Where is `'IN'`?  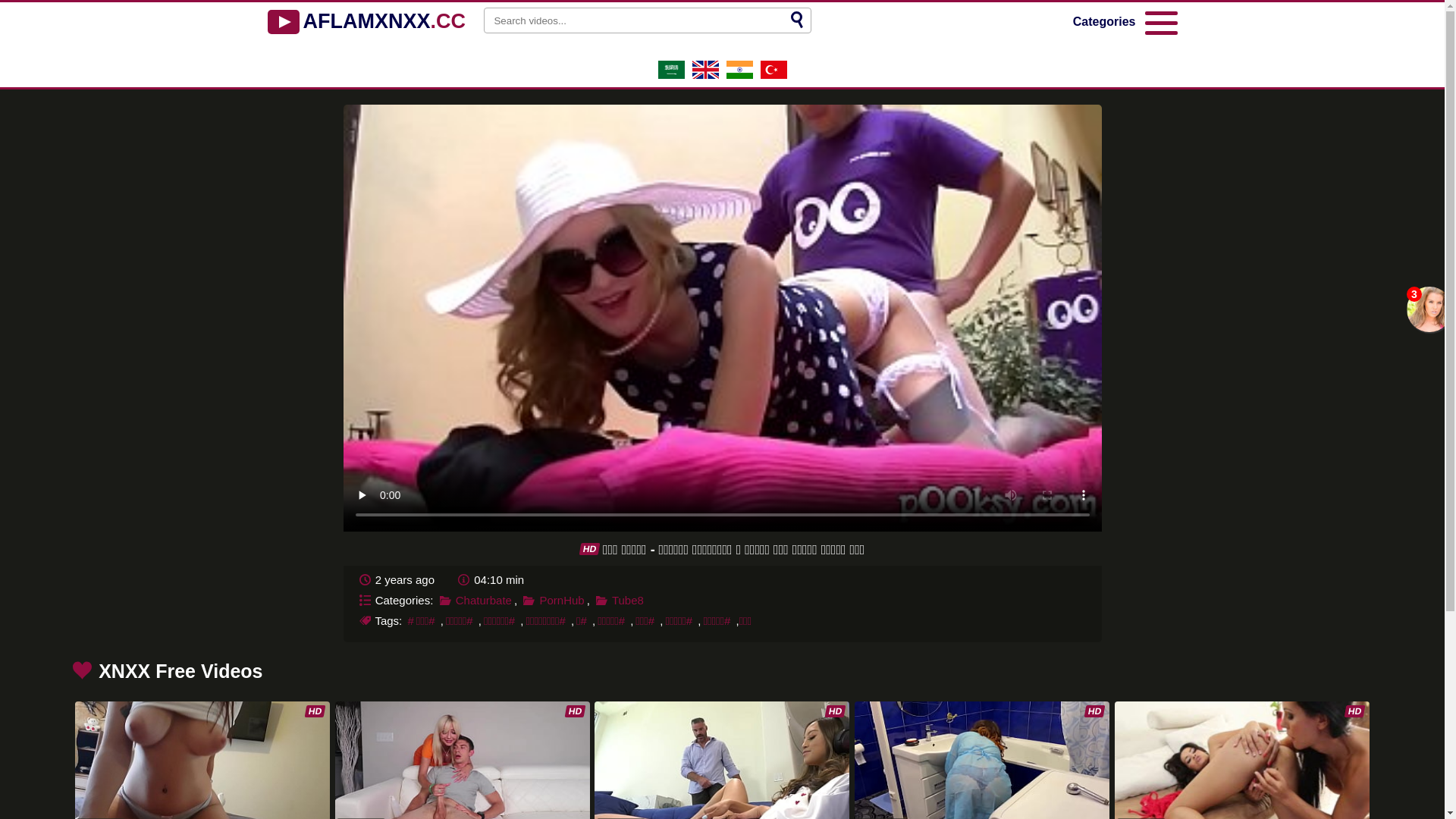 'IN' is located at coordinates (739, 74).